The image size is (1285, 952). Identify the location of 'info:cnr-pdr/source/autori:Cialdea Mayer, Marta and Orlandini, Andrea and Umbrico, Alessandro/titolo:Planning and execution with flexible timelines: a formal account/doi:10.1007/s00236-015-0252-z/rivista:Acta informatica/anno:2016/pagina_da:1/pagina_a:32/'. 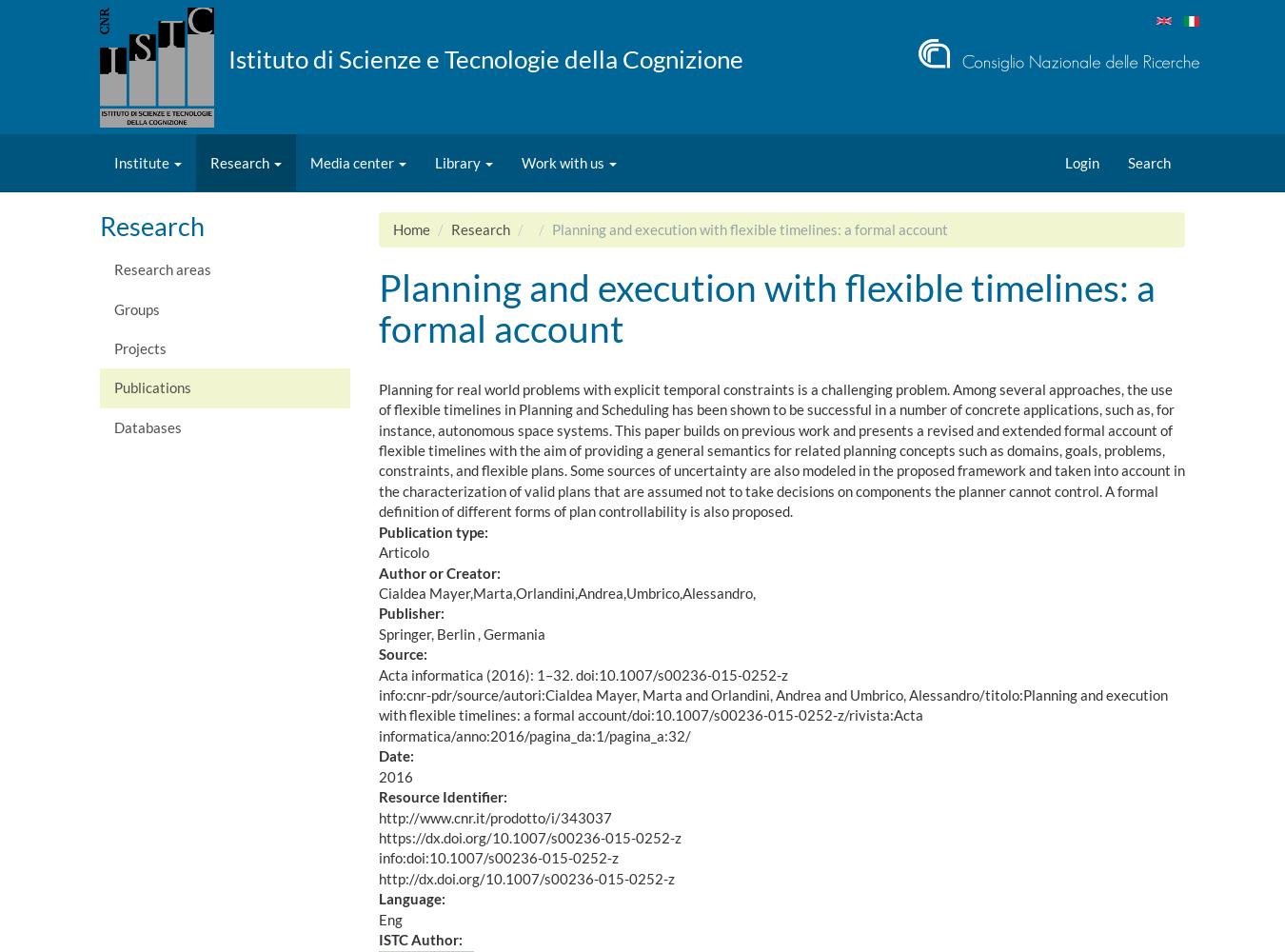
(378, 715).